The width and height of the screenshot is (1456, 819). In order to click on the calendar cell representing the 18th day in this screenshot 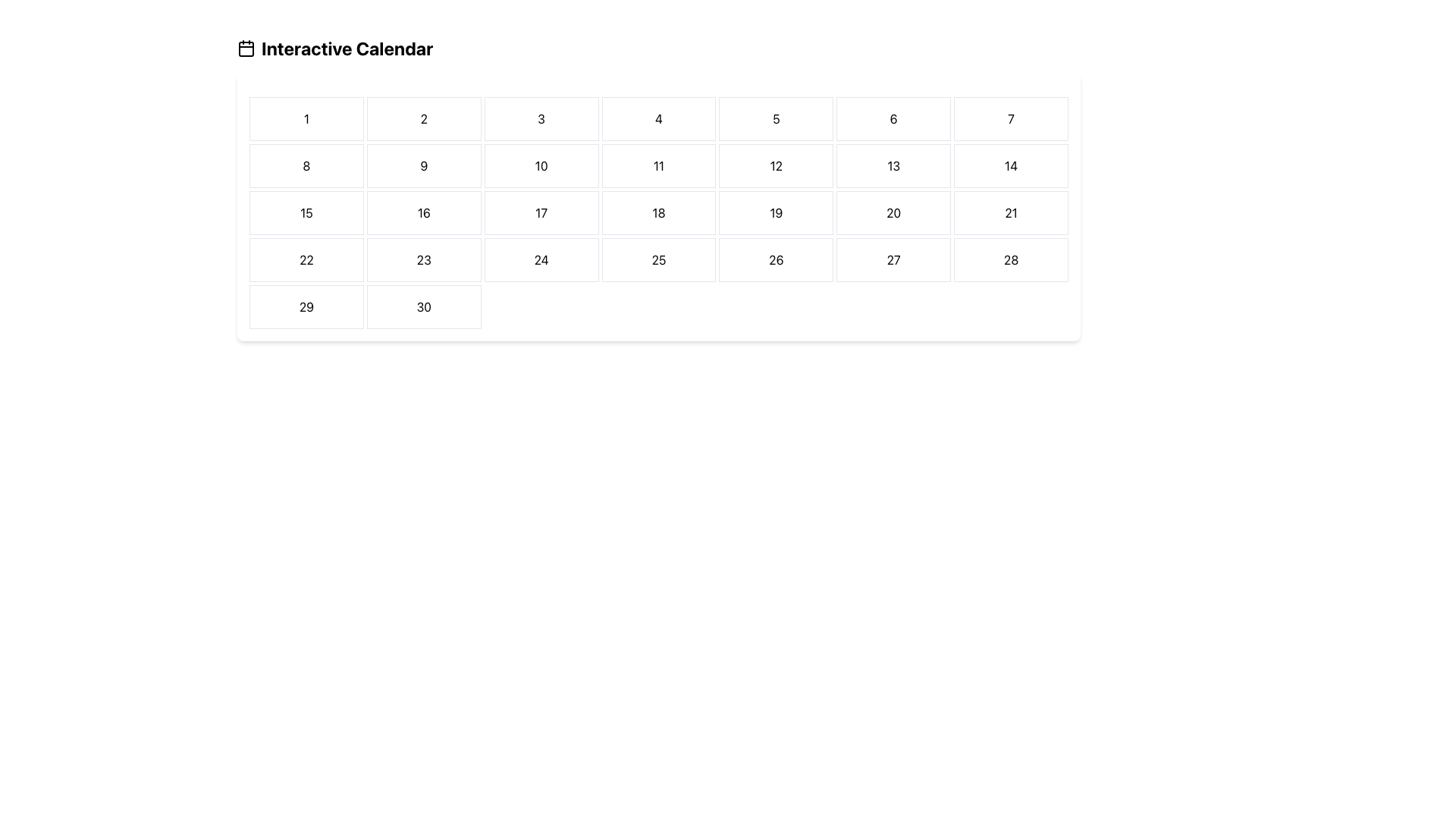, I will do `click(658, 213)`.